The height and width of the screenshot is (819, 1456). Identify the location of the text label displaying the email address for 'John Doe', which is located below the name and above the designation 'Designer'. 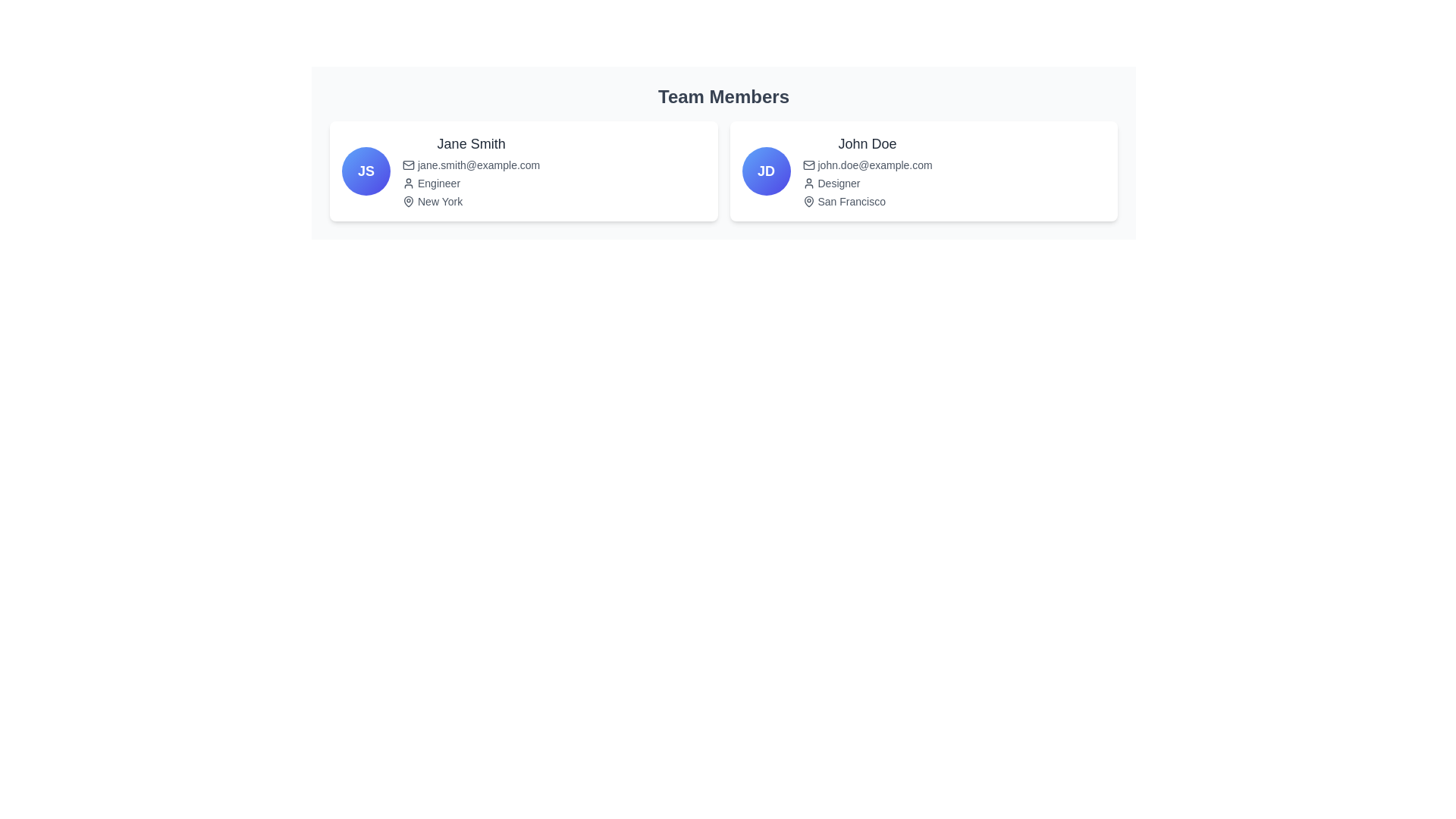
(868, 165).